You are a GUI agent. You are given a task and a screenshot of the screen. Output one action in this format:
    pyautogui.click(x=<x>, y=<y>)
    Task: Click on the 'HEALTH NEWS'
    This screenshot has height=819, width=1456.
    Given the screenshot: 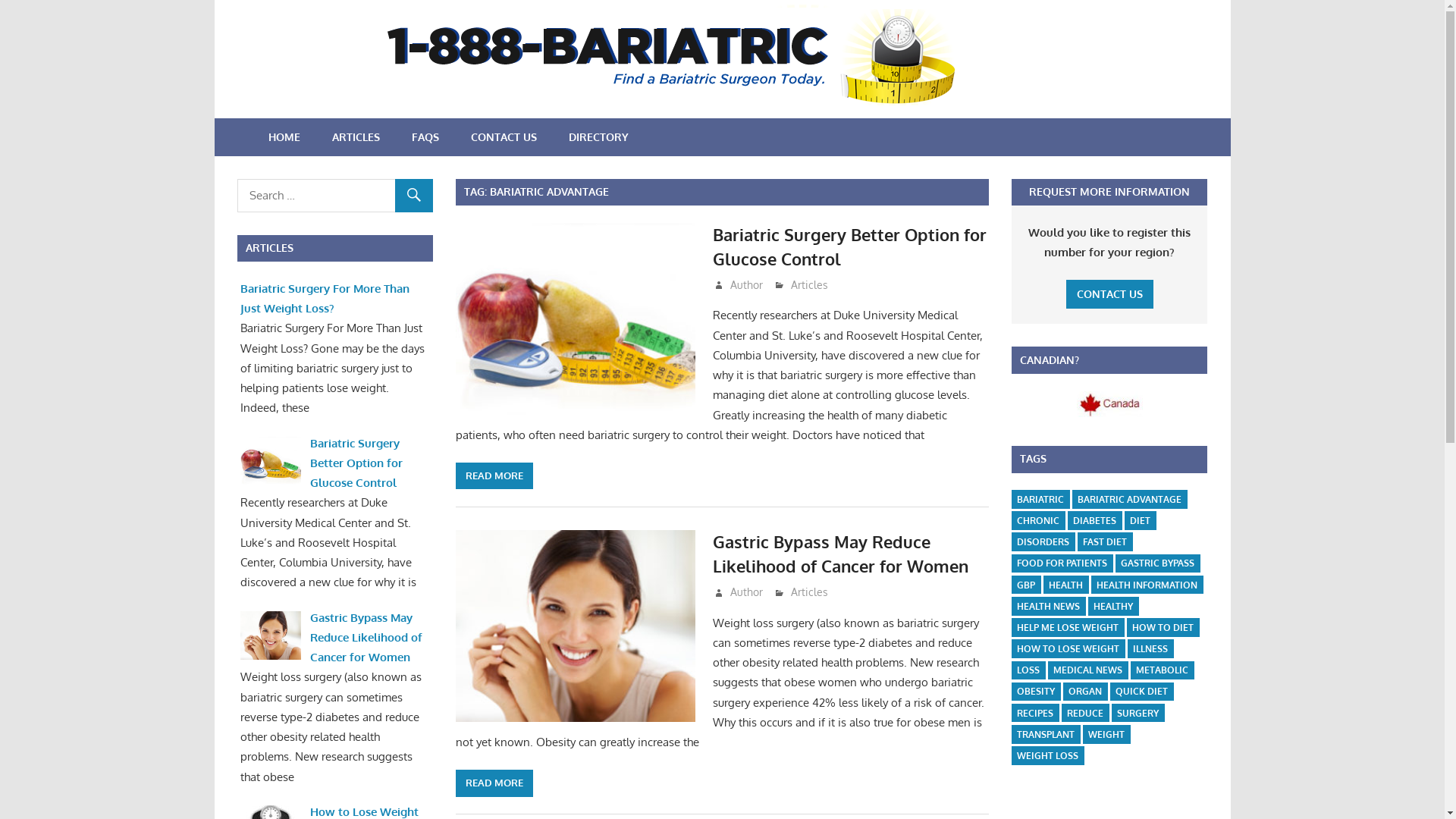 What is the action you would take?
    pyautogui.click(x=1047, y=605)
    